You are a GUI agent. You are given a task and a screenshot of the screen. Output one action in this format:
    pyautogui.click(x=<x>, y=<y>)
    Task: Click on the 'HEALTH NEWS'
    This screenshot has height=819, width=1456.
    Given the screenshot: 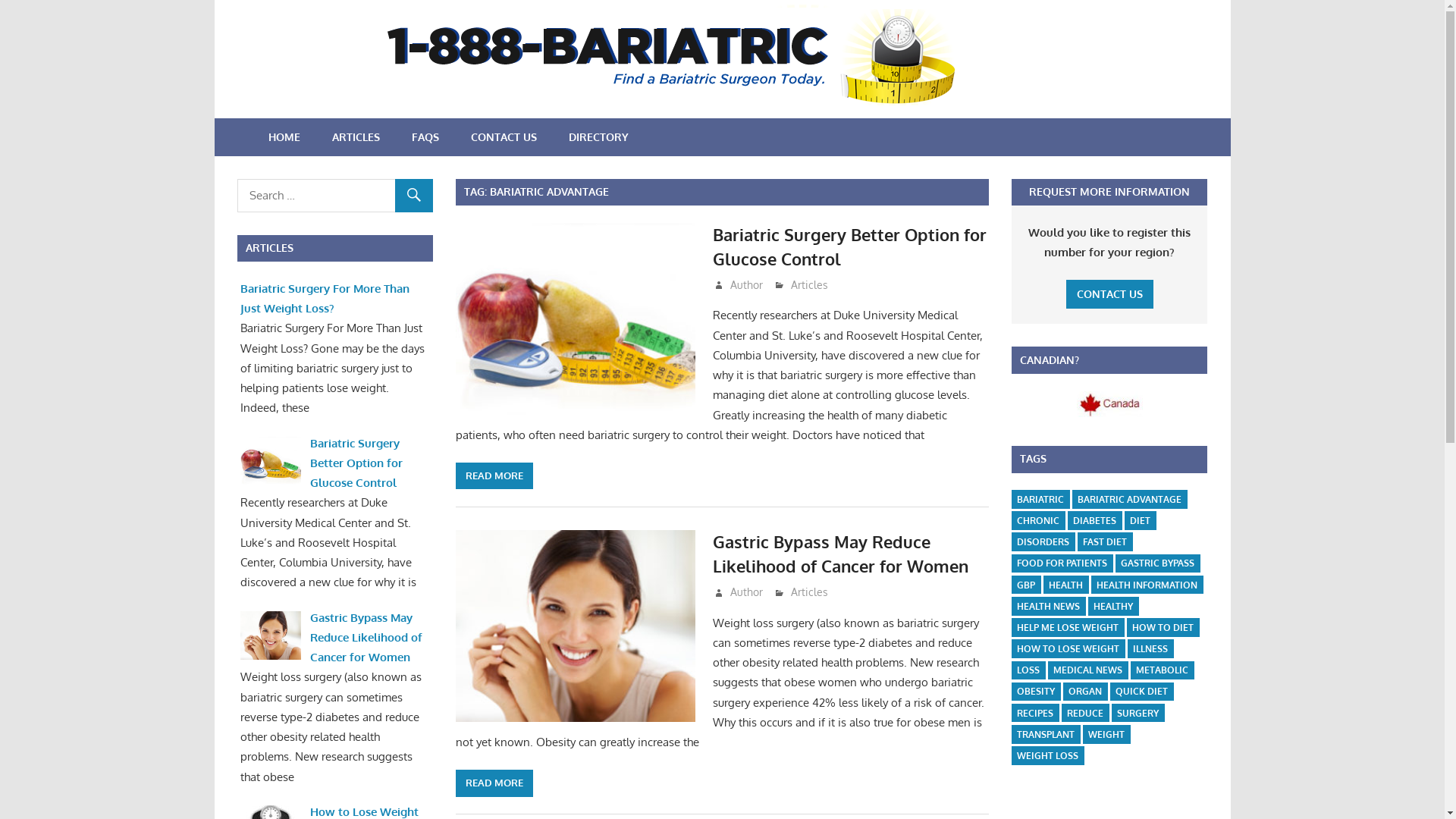 What is the action you would take?
    pyautogui.click(x=1047, y=605)
    